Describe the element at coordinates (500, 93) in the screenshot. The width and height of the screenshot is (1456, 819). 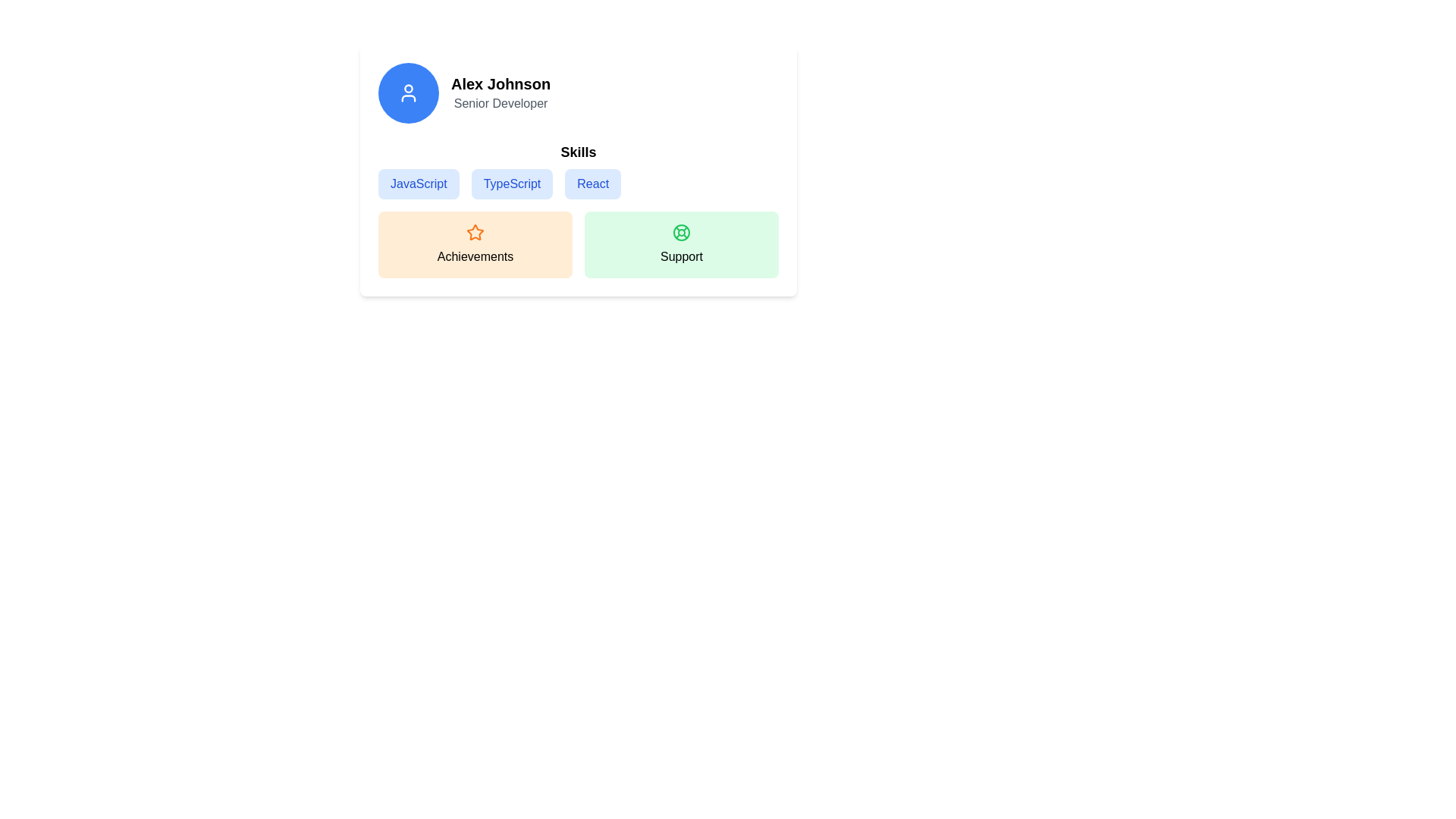
I see `the text display element containing the title 'Alex Johnson' and subtitle 'Senior Developer', which is positioned centrally in the upper segment of the layout` at that location.